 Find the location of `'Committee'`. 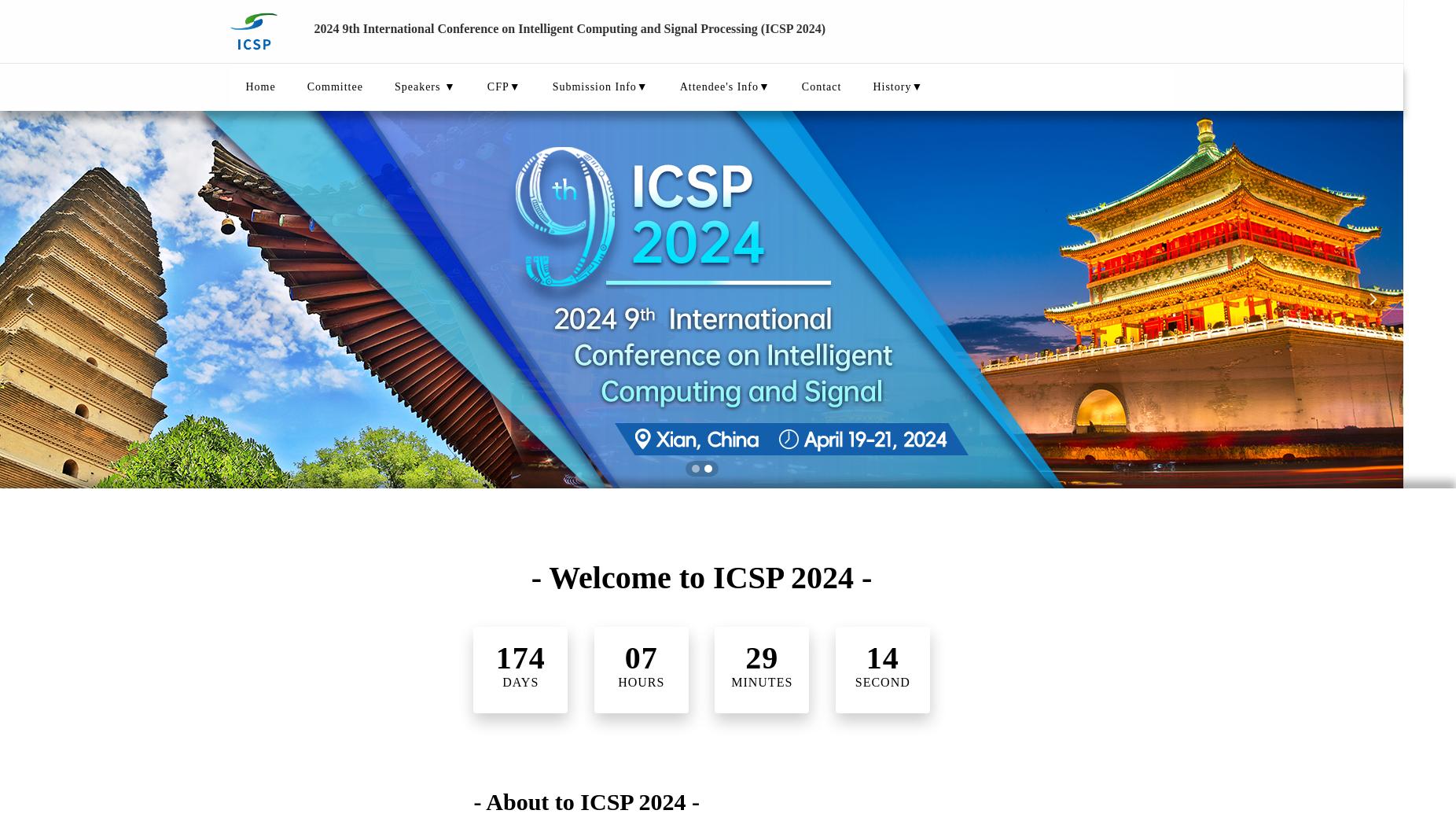

'Committee' is located at coordinates (334, 87).